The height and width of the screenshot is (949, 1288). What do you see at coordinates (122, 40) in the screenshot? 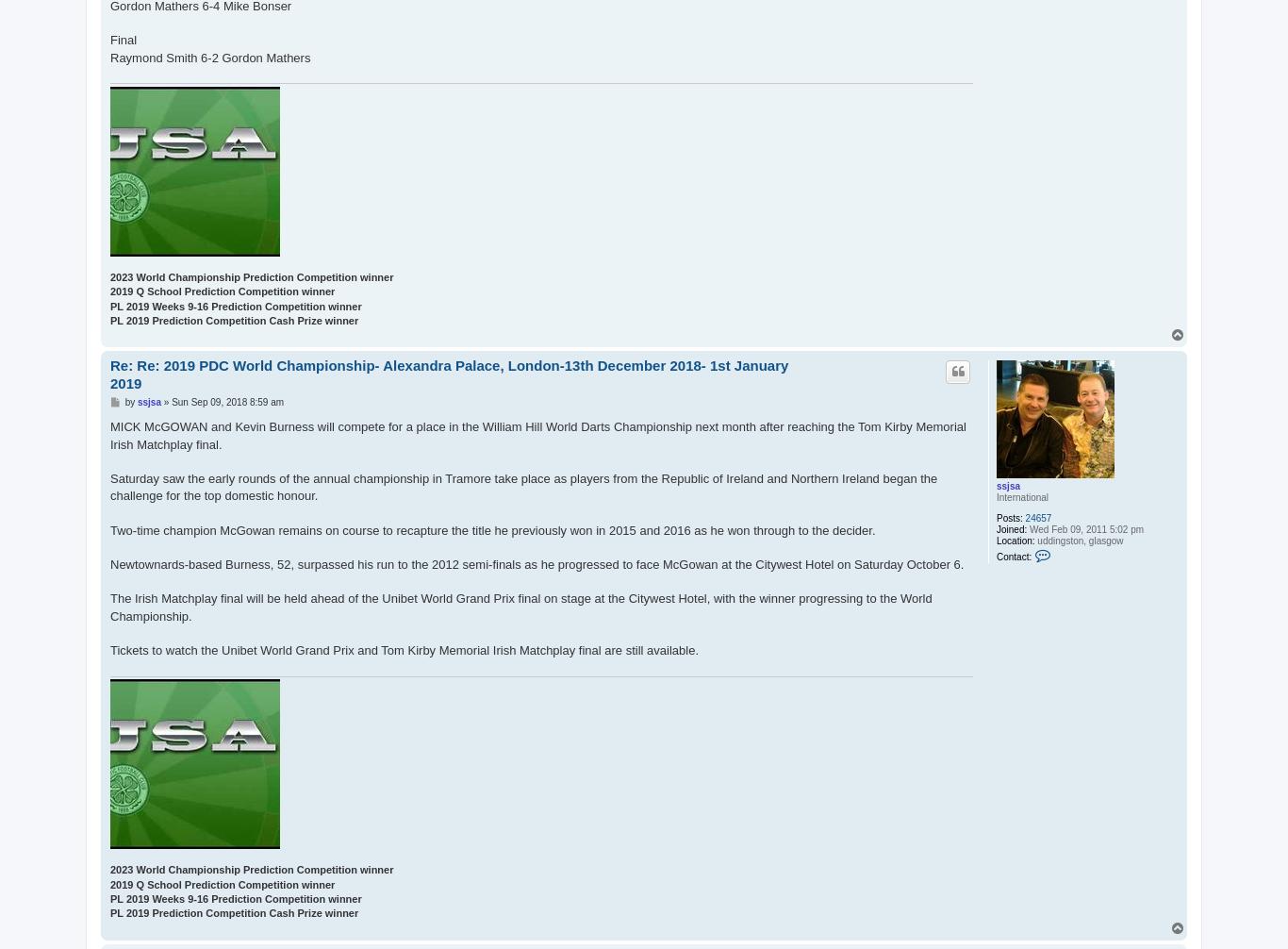
I see `'Final'` at bounding box center [122, 40].